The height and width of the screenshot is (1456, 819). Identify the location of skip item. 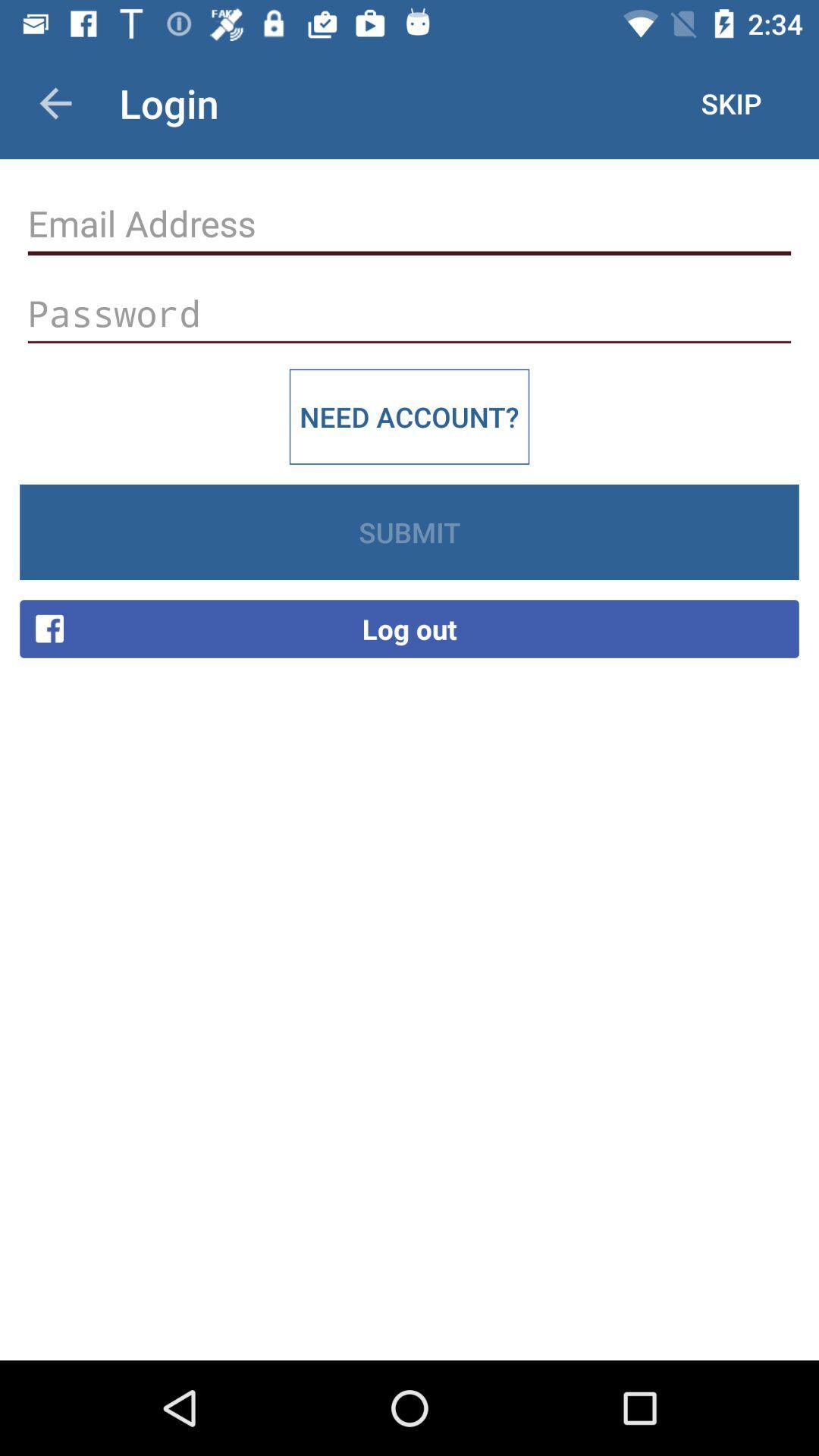
(730, 102).